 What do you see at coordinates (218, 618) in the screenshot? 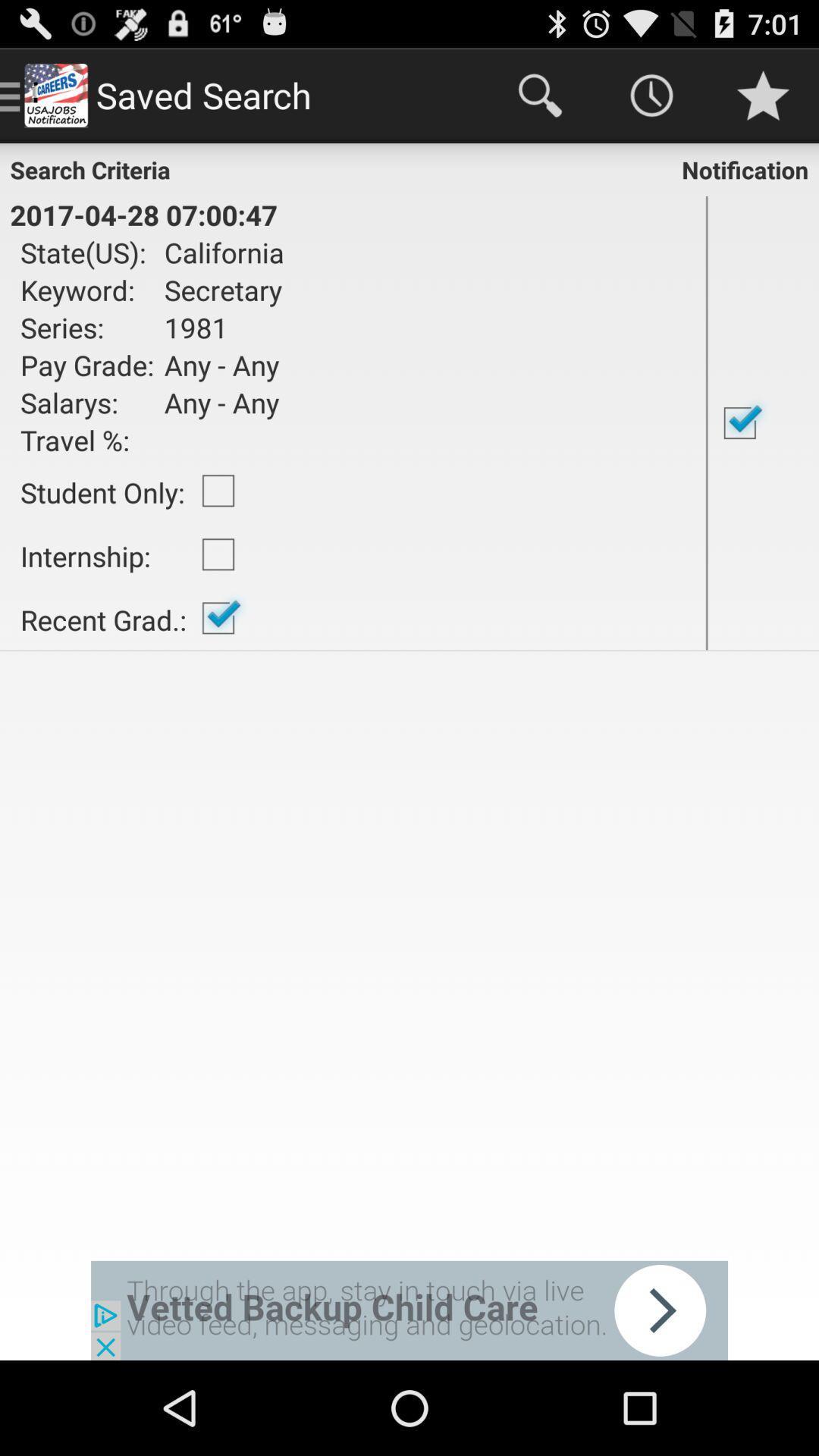
I see `icon to the right of the internship:` at bounding box center [218, 618].